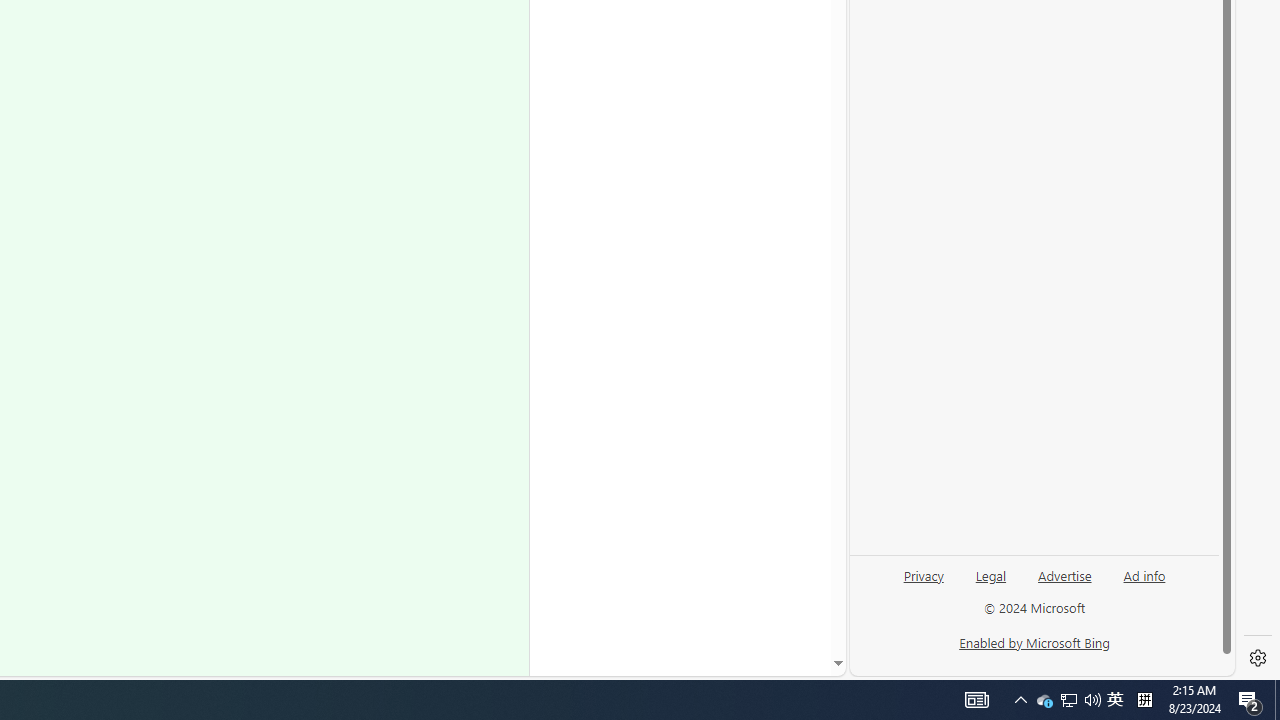 Image resolution: width=1280 pixels, height=720 pixels. What do you see at coordinates (922, 583) in the screenshot?
I see `'Privacy'` at bounding box center [922, 583].